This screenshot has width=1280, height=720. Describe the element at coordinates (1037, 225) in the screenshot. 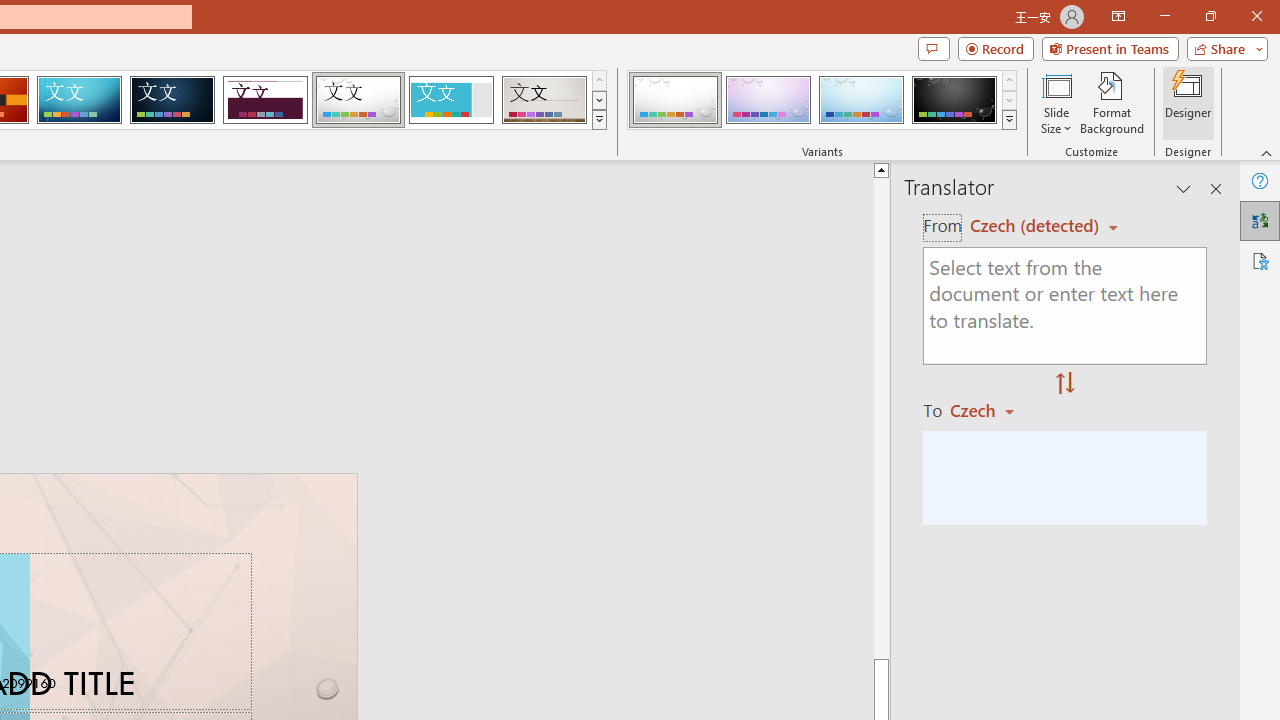

I see `'Czech (detected)'` at that location.